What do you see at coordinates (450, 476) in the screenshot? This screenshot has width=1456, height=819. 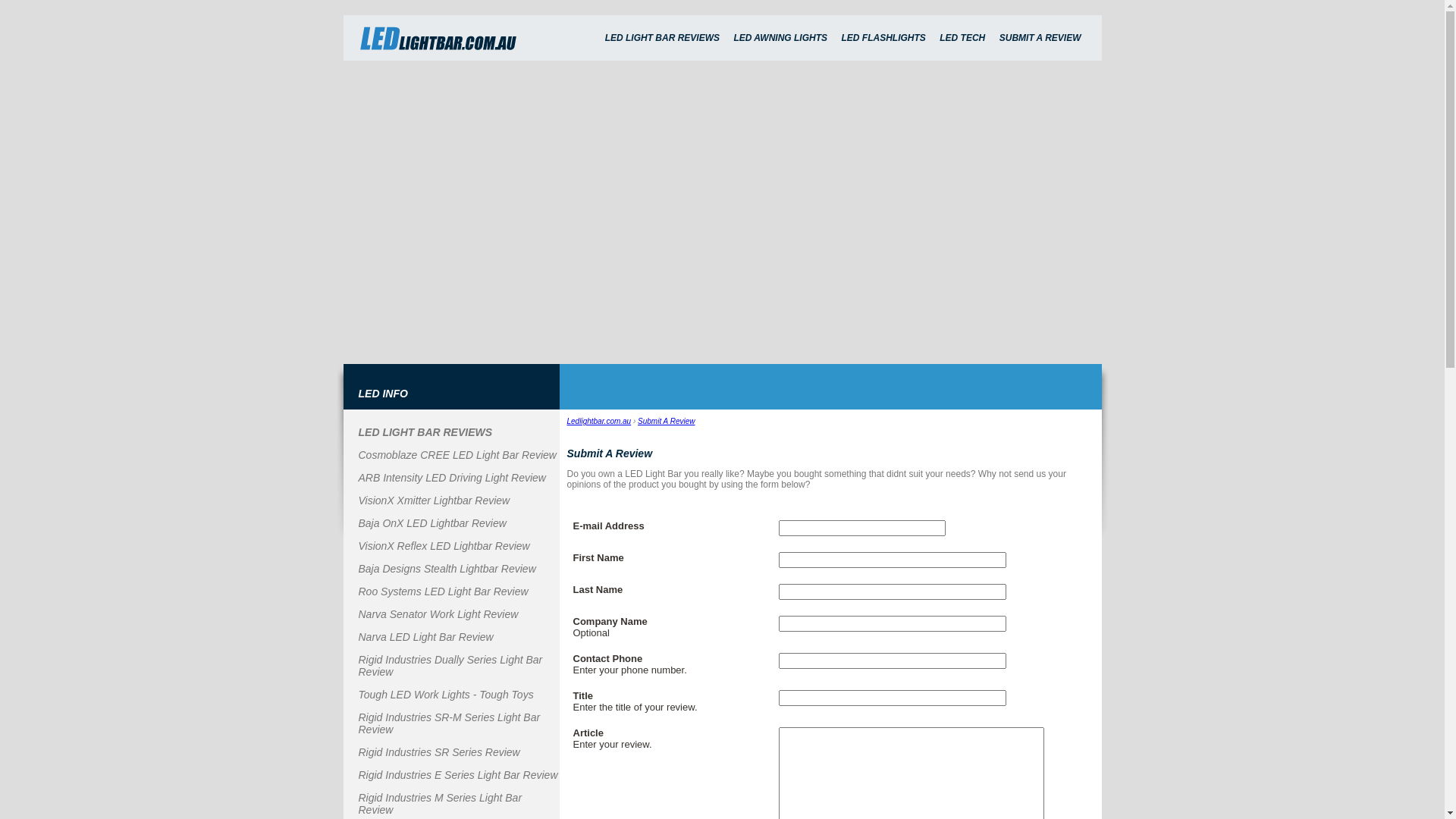 I see `'ARB Intensity LED Driving Light Review'` at bounding box center [450, 476].